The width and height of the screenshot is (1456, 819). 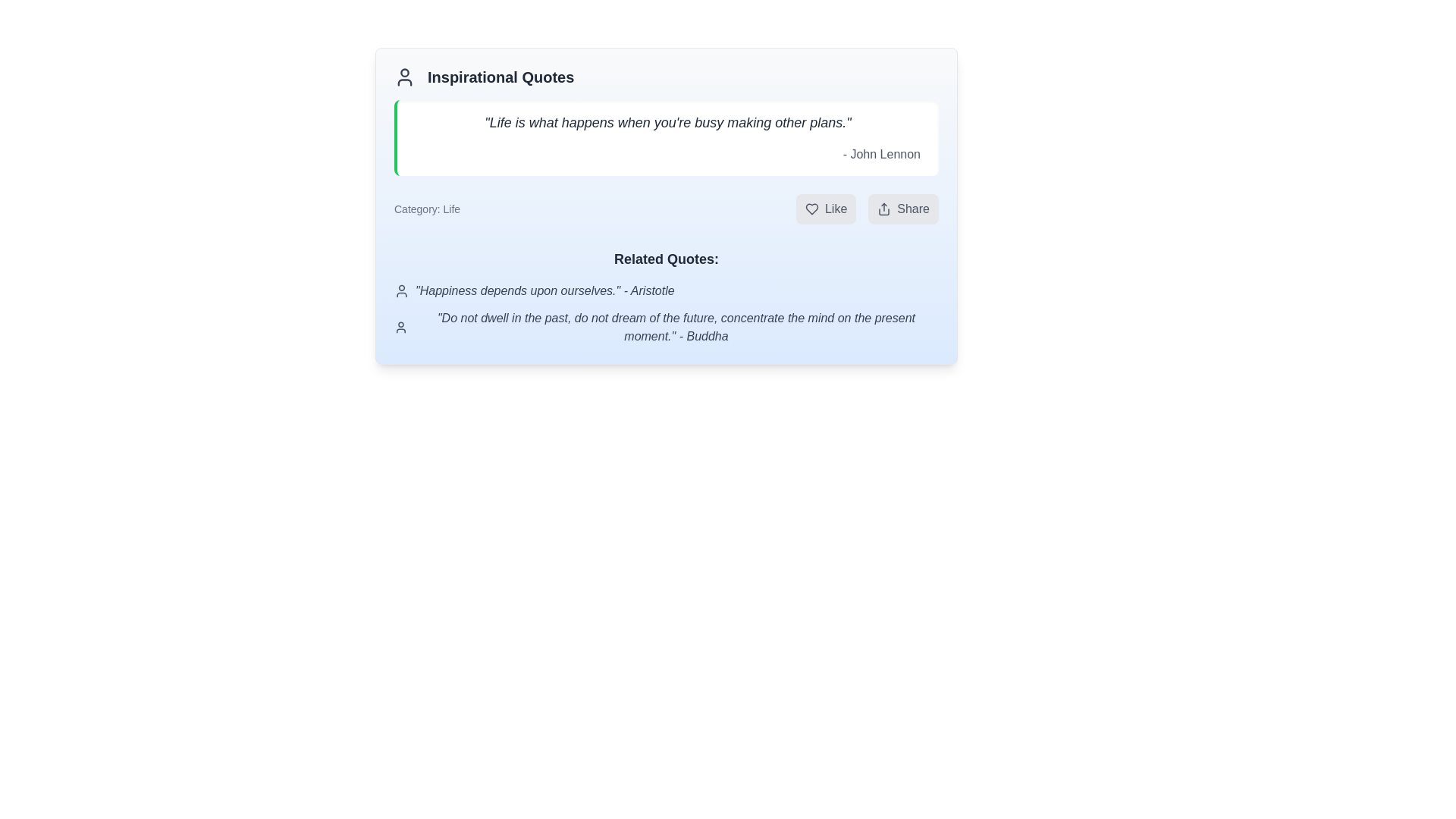 What do you see at coordinates (825, 209) in the screenshot?
I see `the 'Like' button, which is the first button in a horizontally arranged group of two buttons, located below a quote and to the left of the 'Share' button` at bounding box center [825, 209].